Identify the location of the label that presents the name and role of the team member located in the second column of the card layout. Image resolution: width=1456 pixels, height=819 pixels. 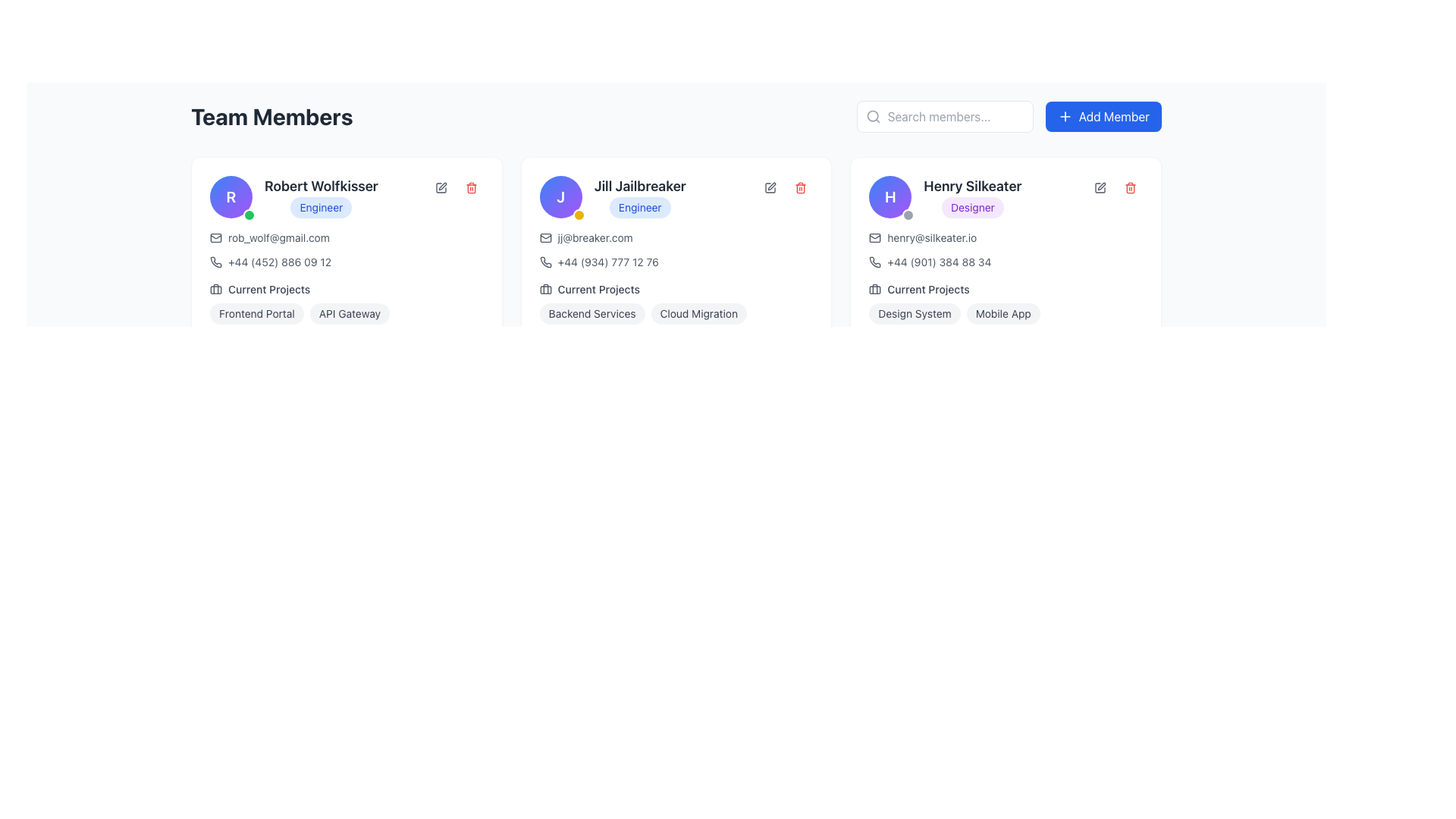
(676, 196).